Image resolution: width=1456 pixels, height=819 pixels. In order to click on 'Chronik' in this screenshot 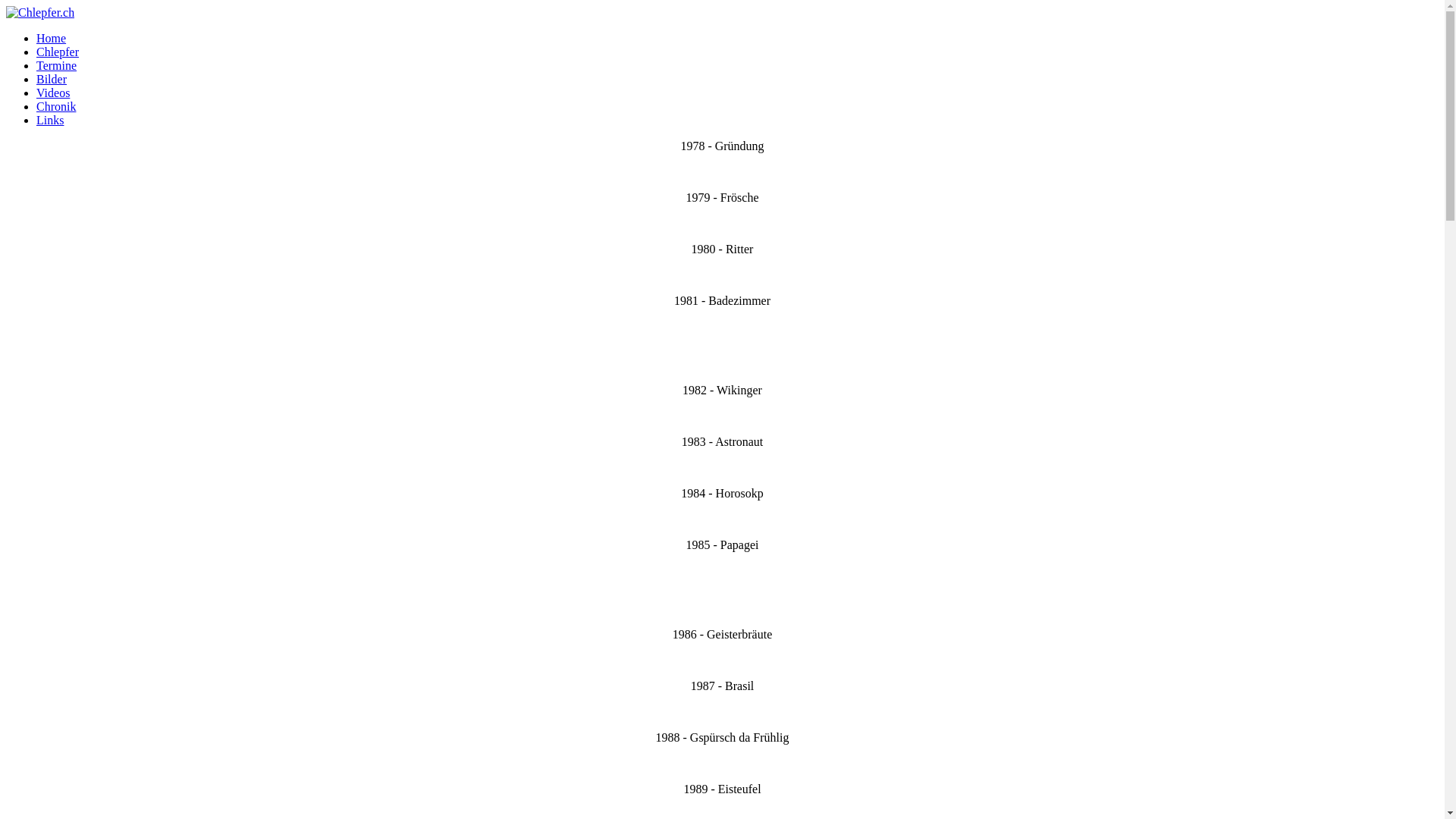, I will do `click(36, 105)`.